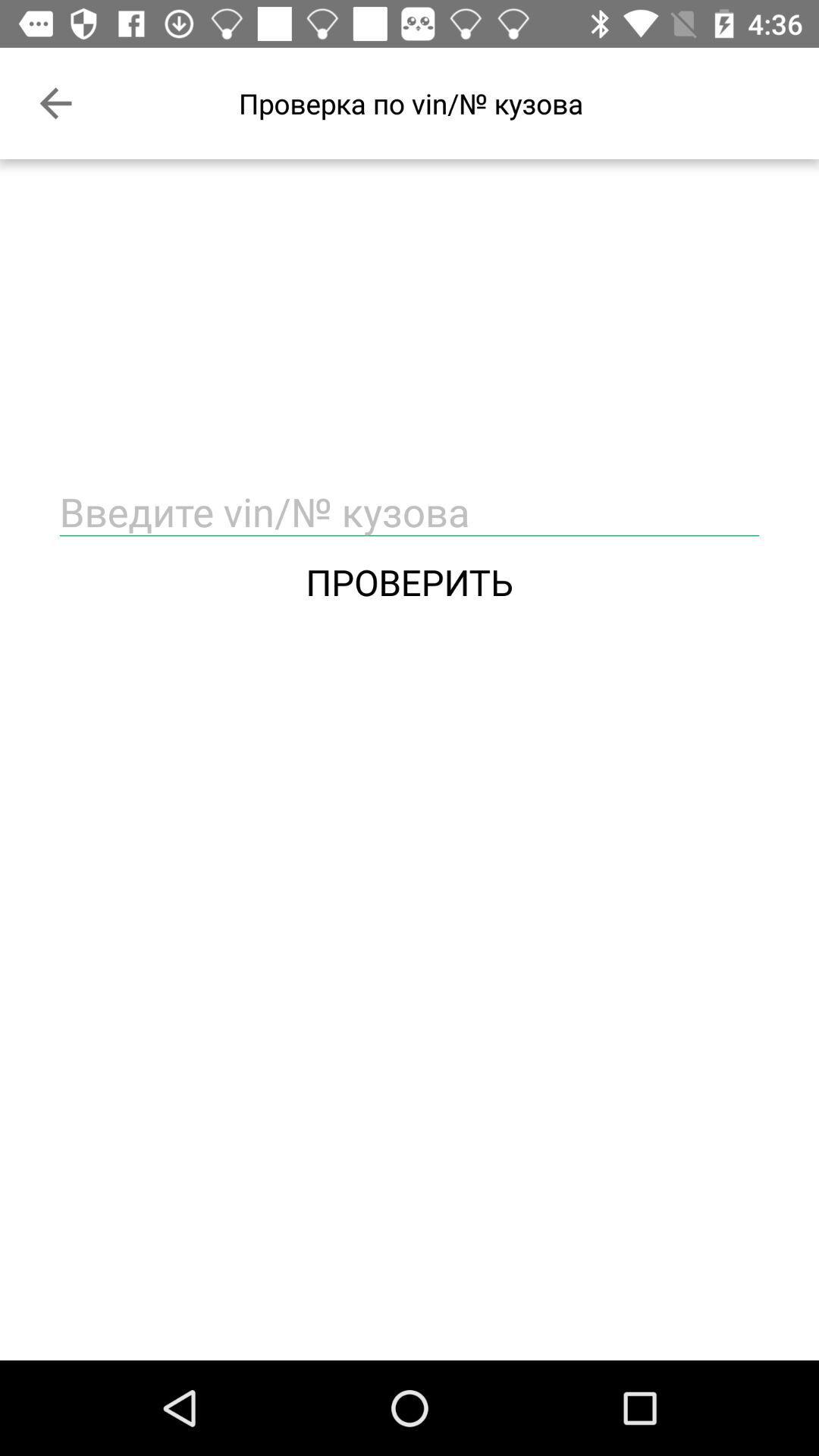  What do you see at coordinates (55, 102) in the screenshot?
I see `the item at the top left corner` at bounding box center [55, 102].